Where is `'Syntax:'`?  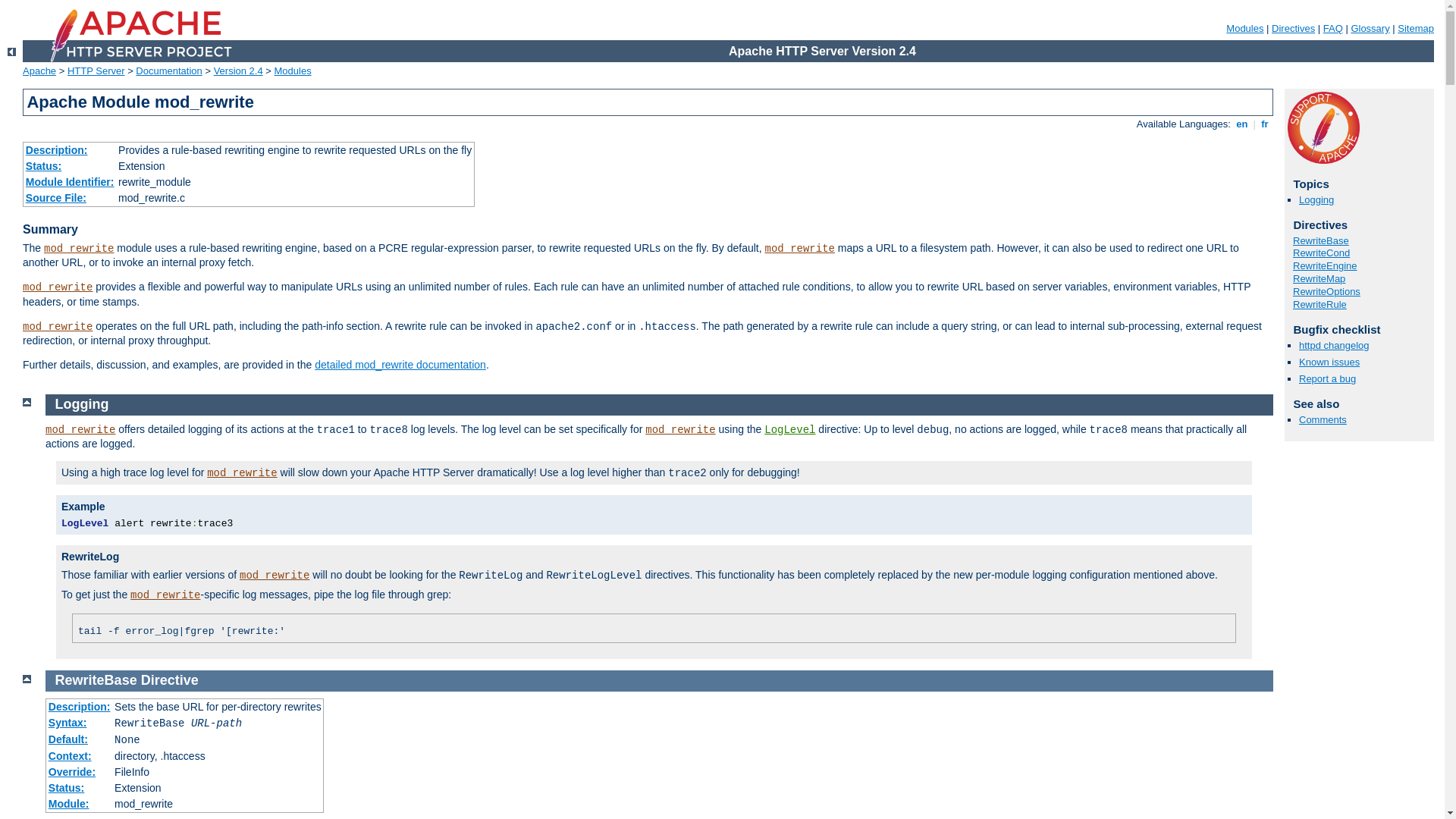
'Syntax:' is located at coordinates (67, 721).